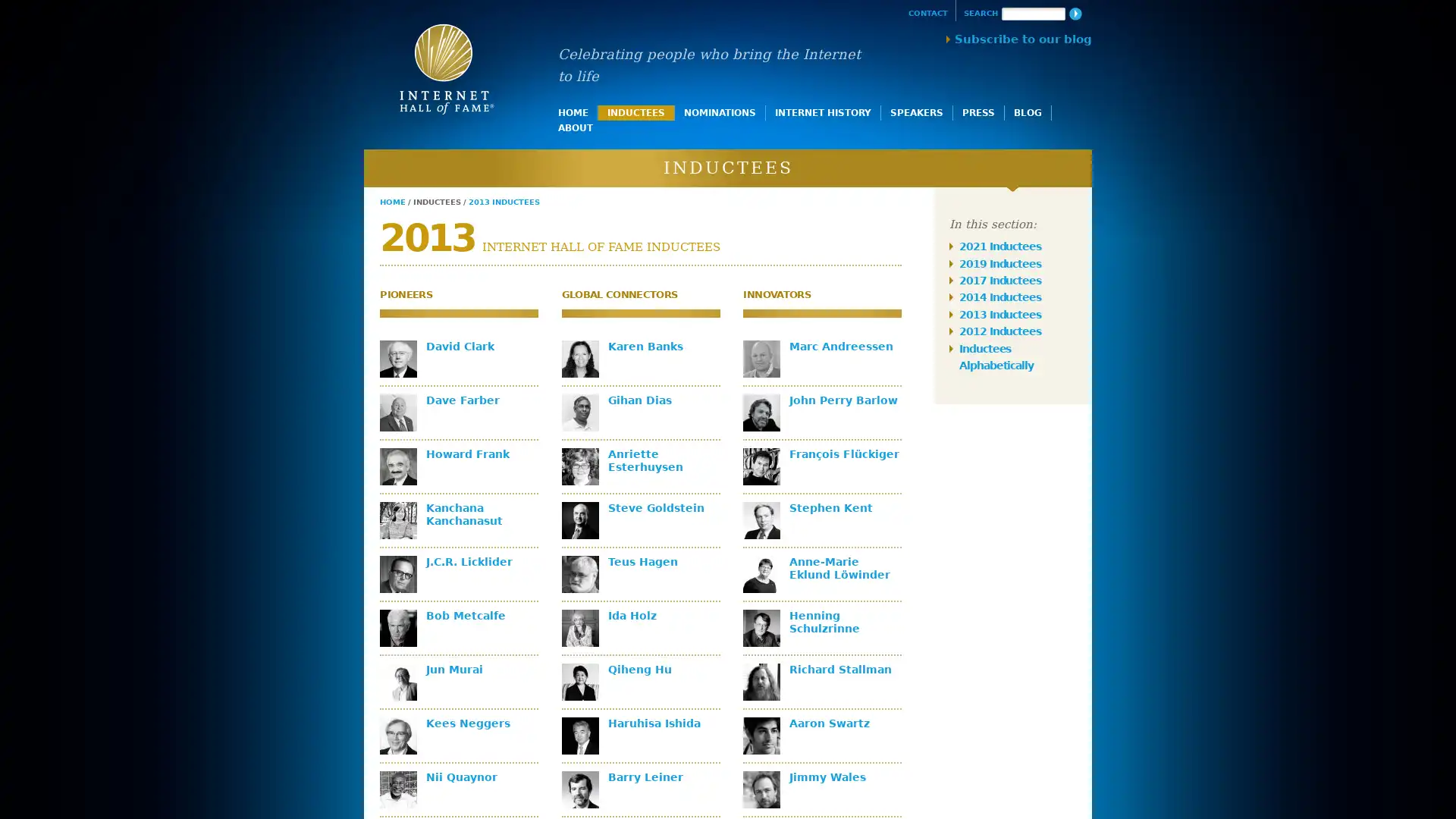 The image size is (1456, 819). I want to click on Search, so click(1074, 14).